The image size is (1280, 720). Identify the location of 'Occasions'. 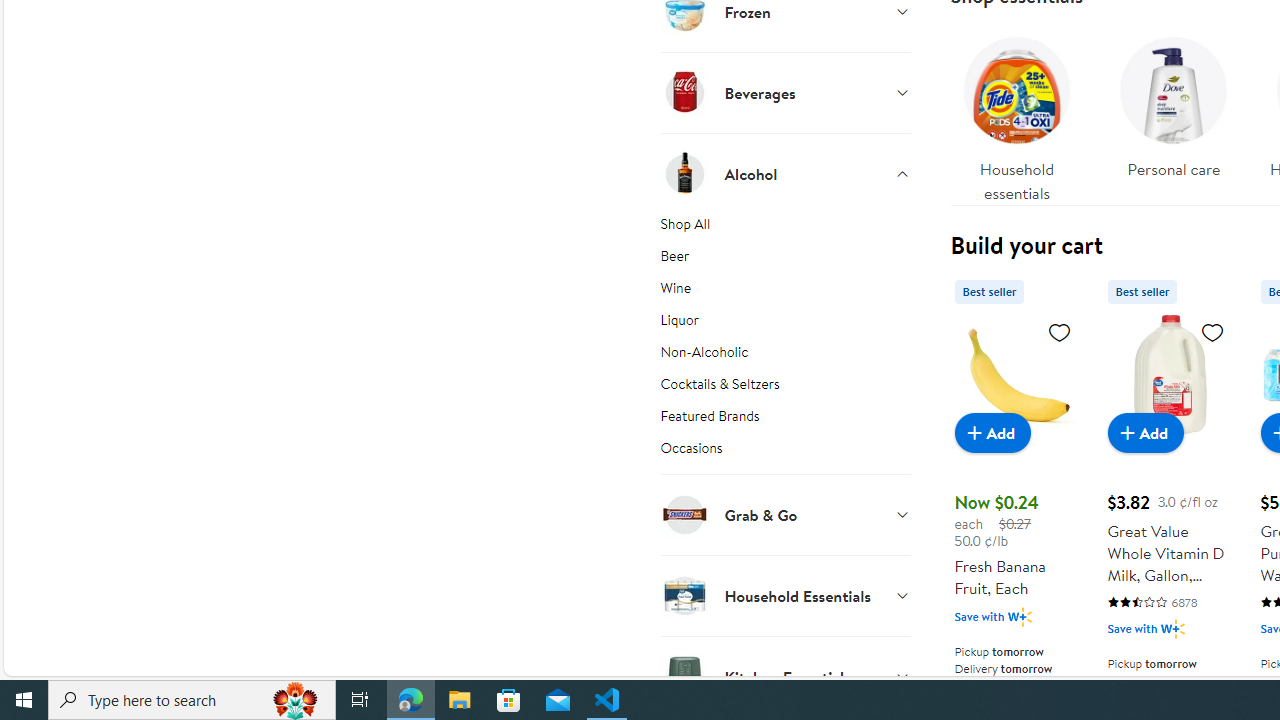
(784, 455).